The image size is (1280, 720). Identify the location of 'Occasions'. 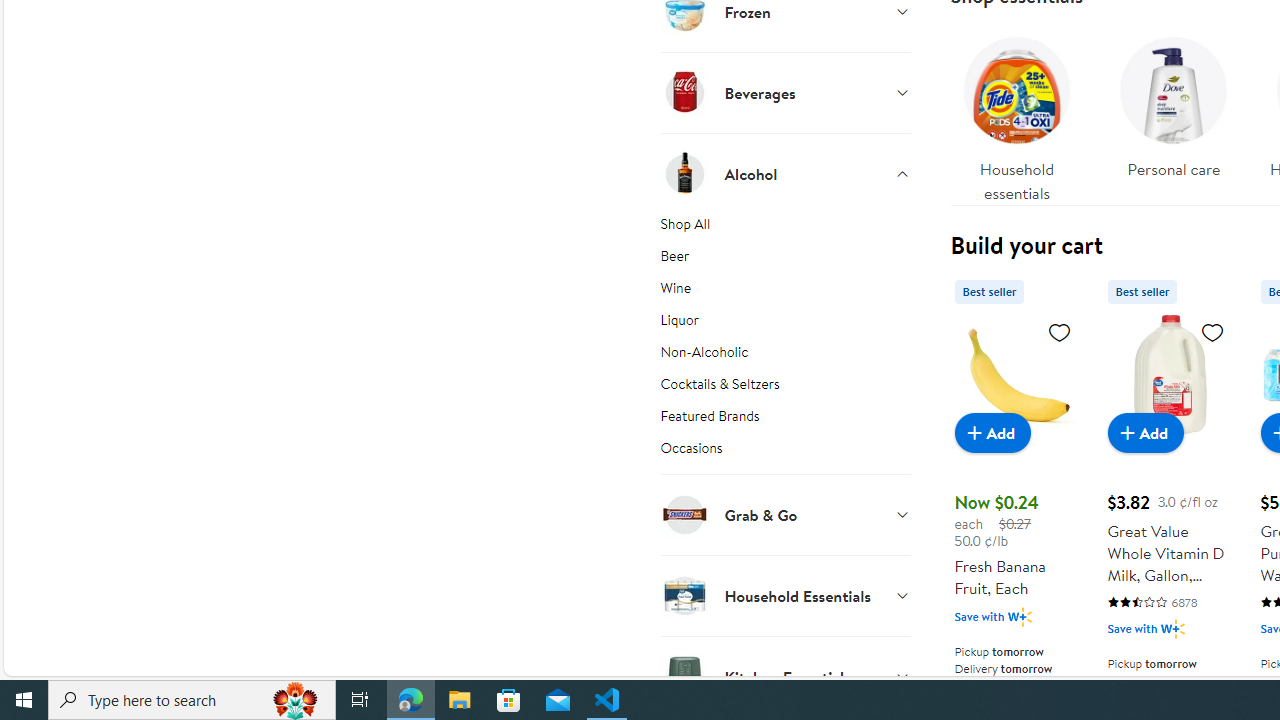
(784, 455).